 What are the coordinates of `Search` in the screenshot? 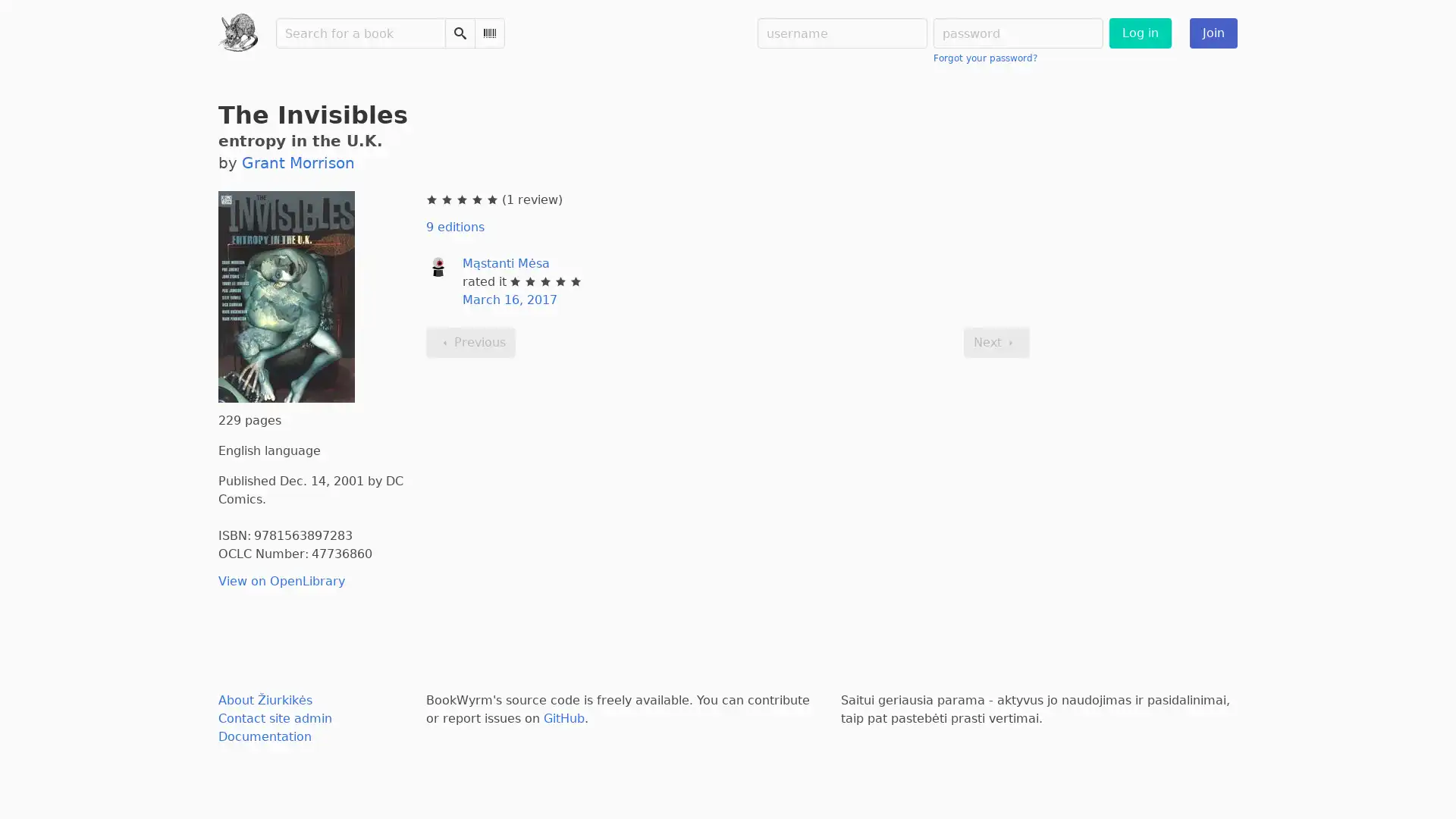 It's located at (458, 33).